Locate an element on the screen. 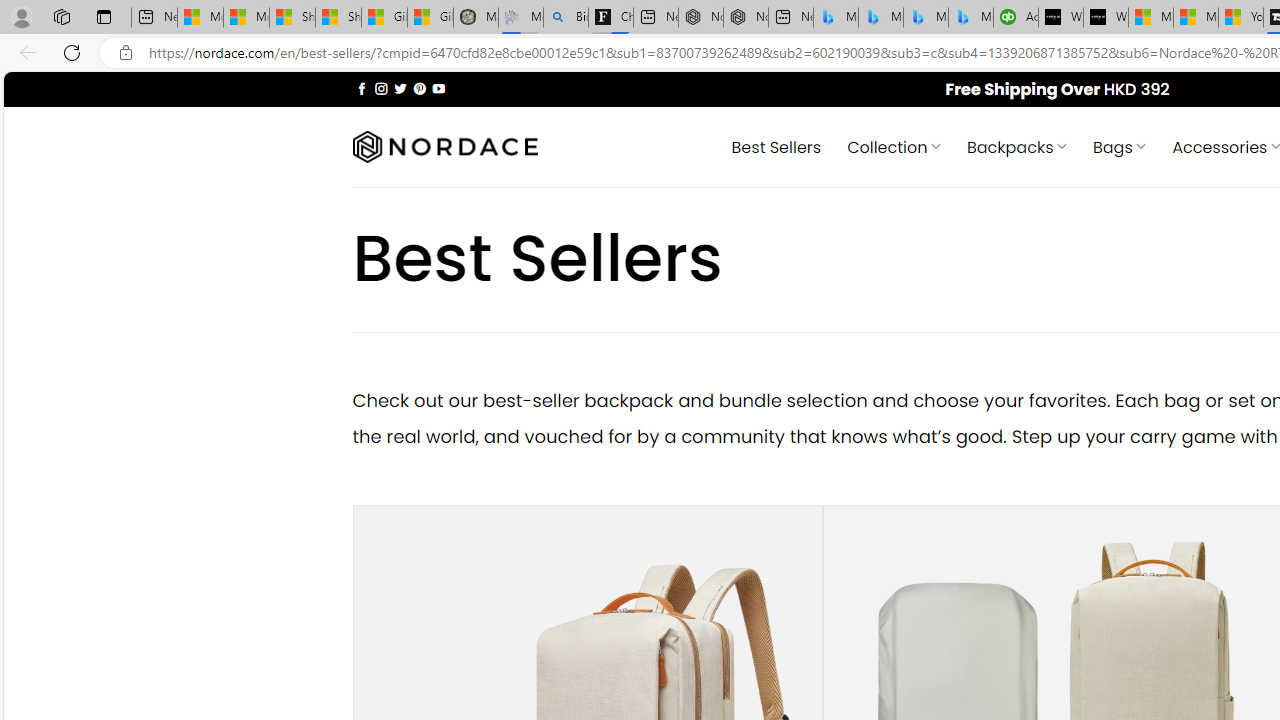 The image size is (1280, 720). 'Chloe Sorvino' is located at coordinates (610, 17).